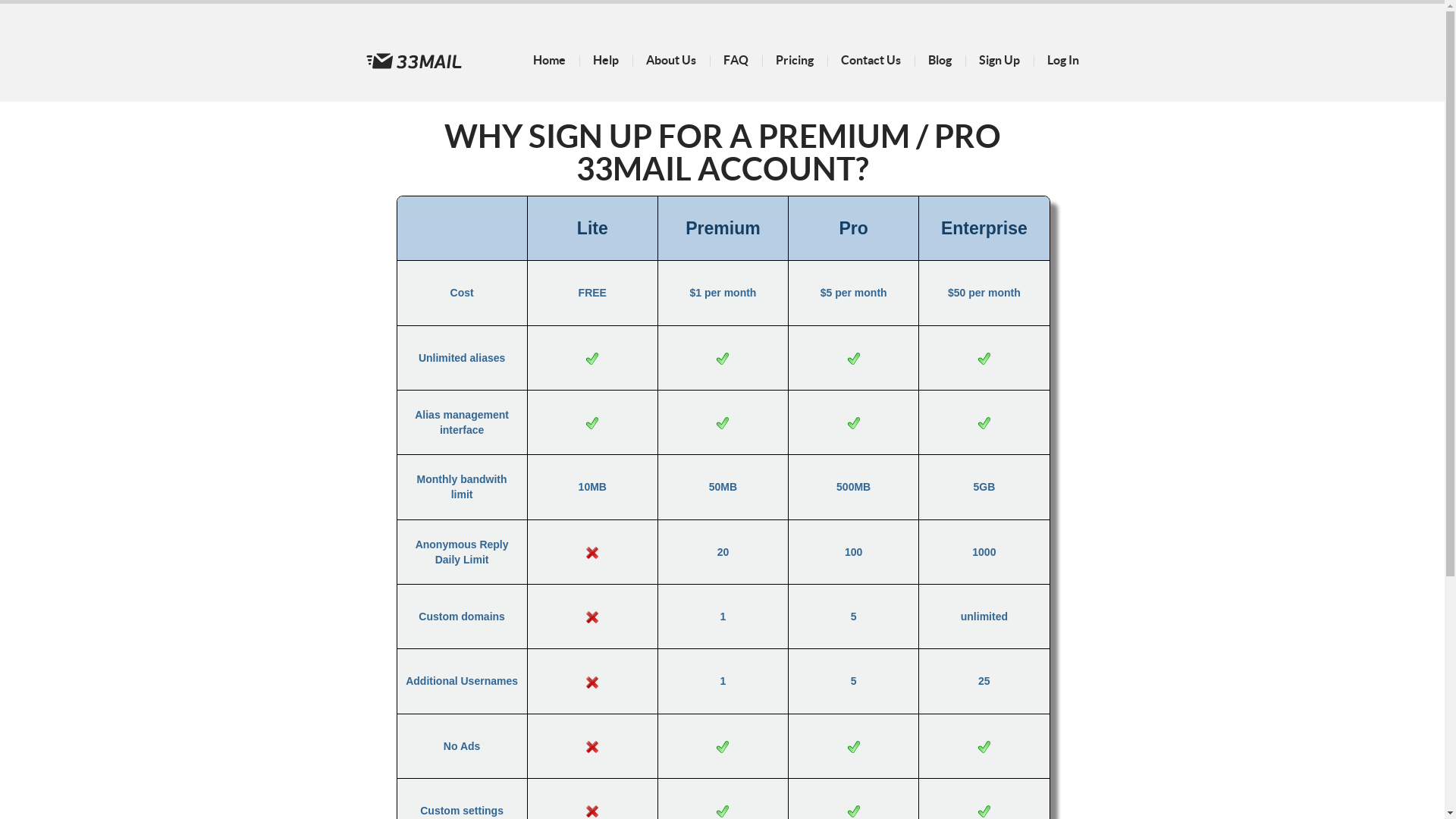  What do you see at coordinates (870, 58) in the screenshot?
I see `'Contact Us'` at bounding box center [870, 58].